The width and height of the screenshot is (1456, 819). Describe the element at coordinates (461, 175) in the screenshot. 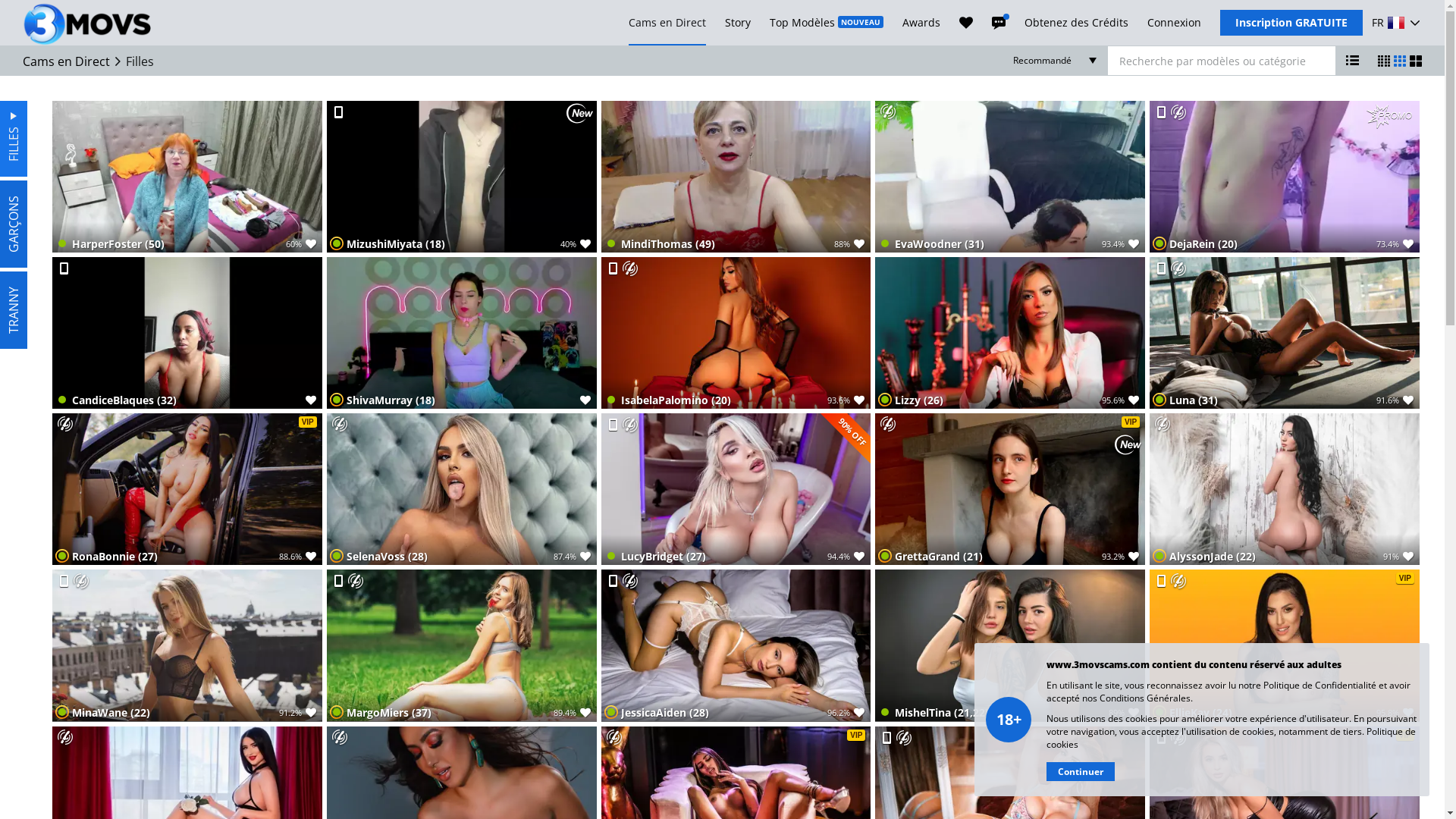

I see `'MizushiMiyata (18)` at that location.